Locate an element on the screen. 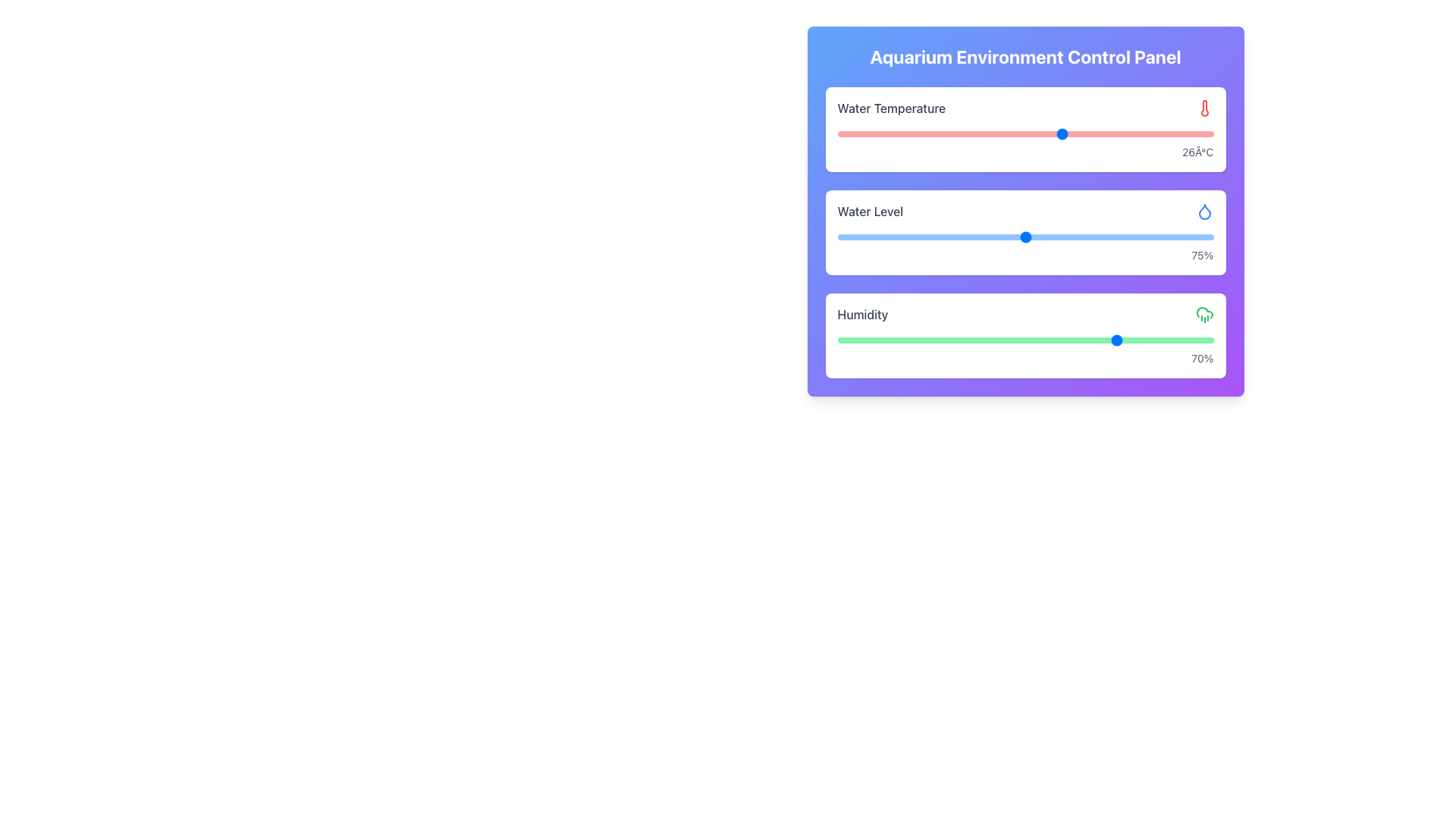  the water level indicator icon located to the right of the horizontal bar labeled 'Water Level', adjacent to the numerical percentage value is located at coordinates (1203, 211).